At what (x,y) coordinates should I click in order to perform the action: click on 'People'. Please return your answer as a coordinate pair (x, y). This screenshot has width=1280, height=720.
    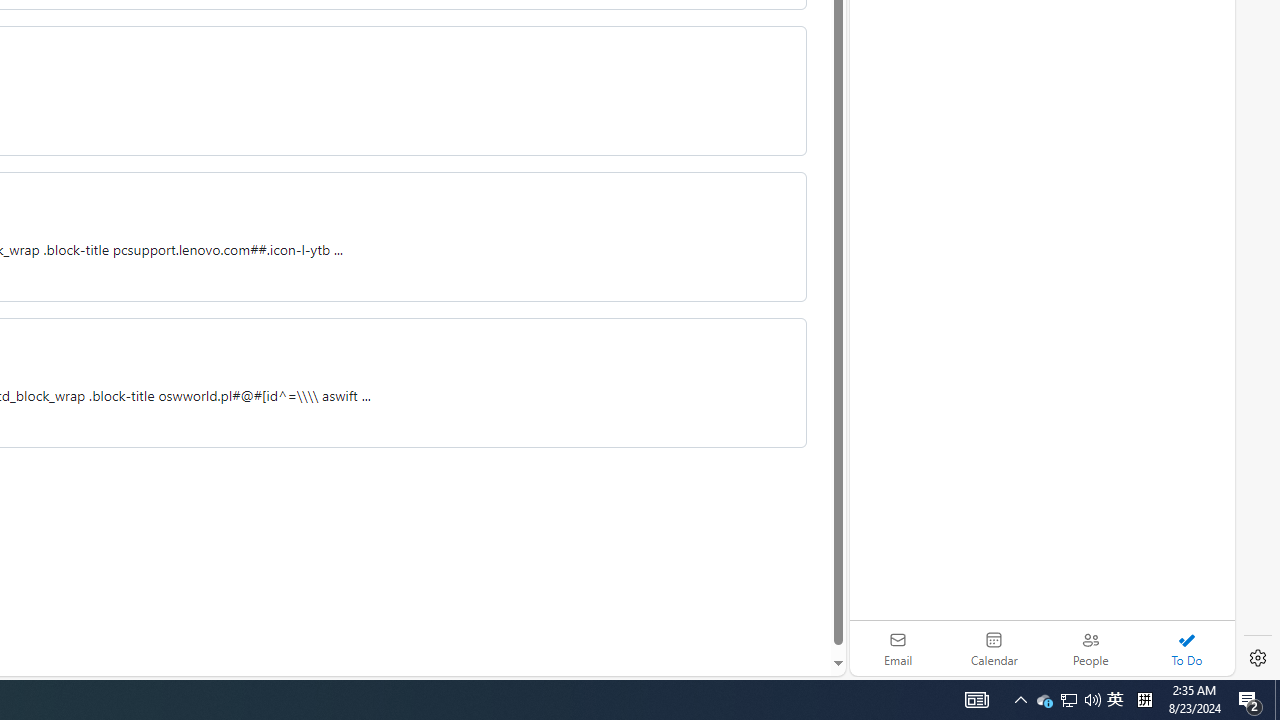
    Looking at the image, I should click on (1089, 648).